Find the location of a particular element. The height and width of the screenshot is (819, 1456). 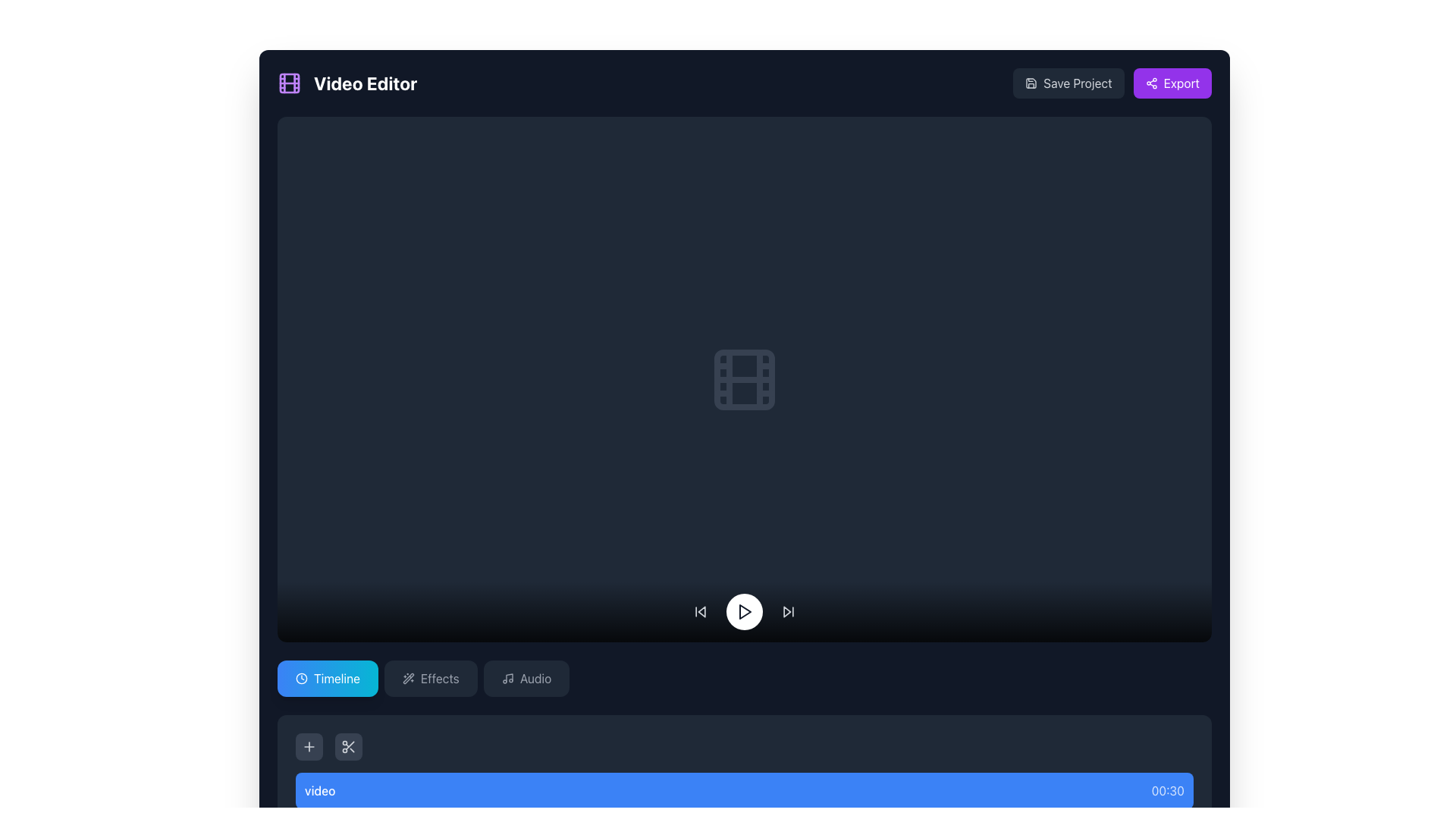

the 'Save Project' button, which is a light gray font button on a dark gray rounded rectangular background, located at the top-right corner of the interface is located at coordinates (1068, 83).